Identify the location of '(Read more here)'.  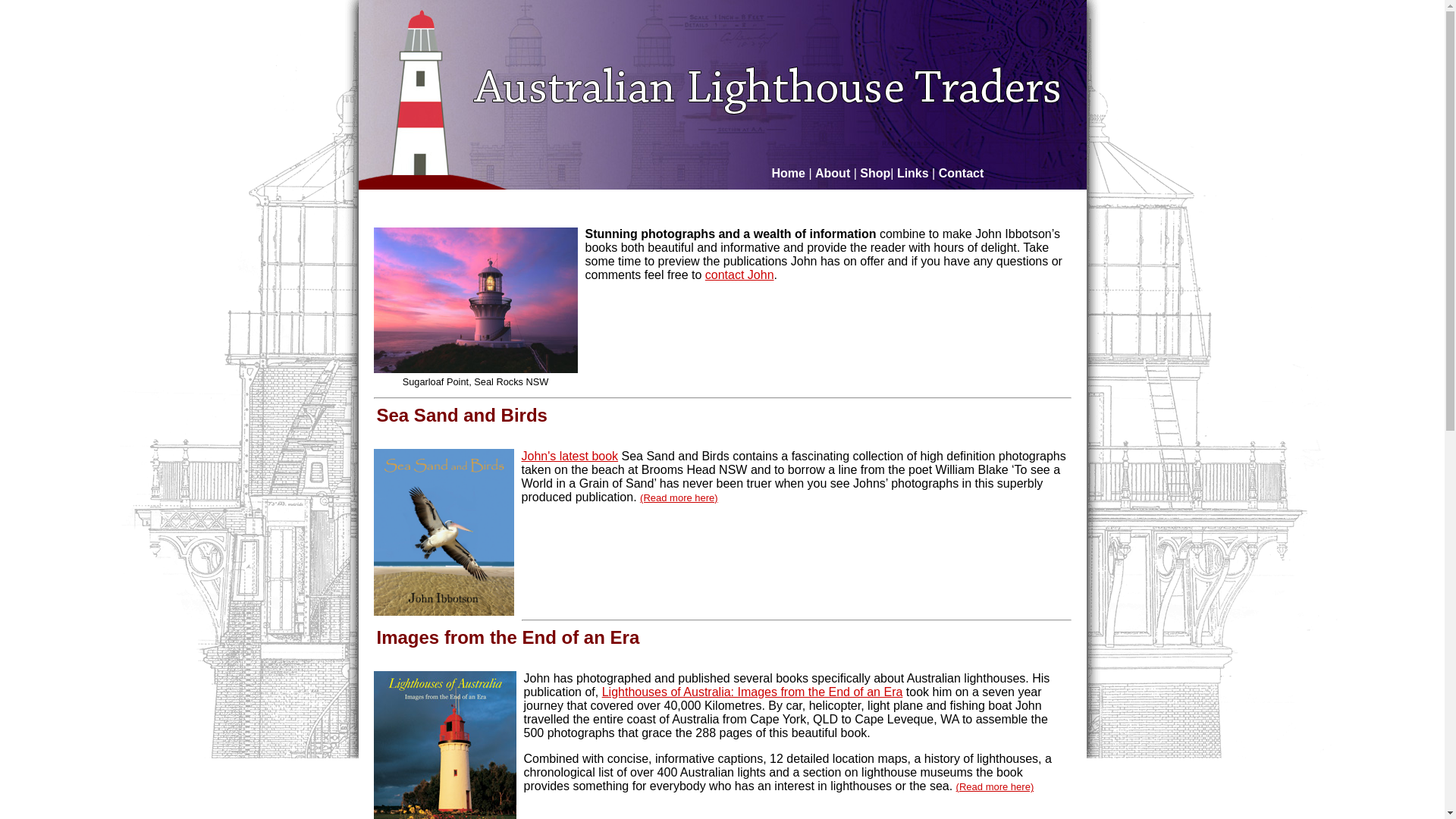
(995, 786).